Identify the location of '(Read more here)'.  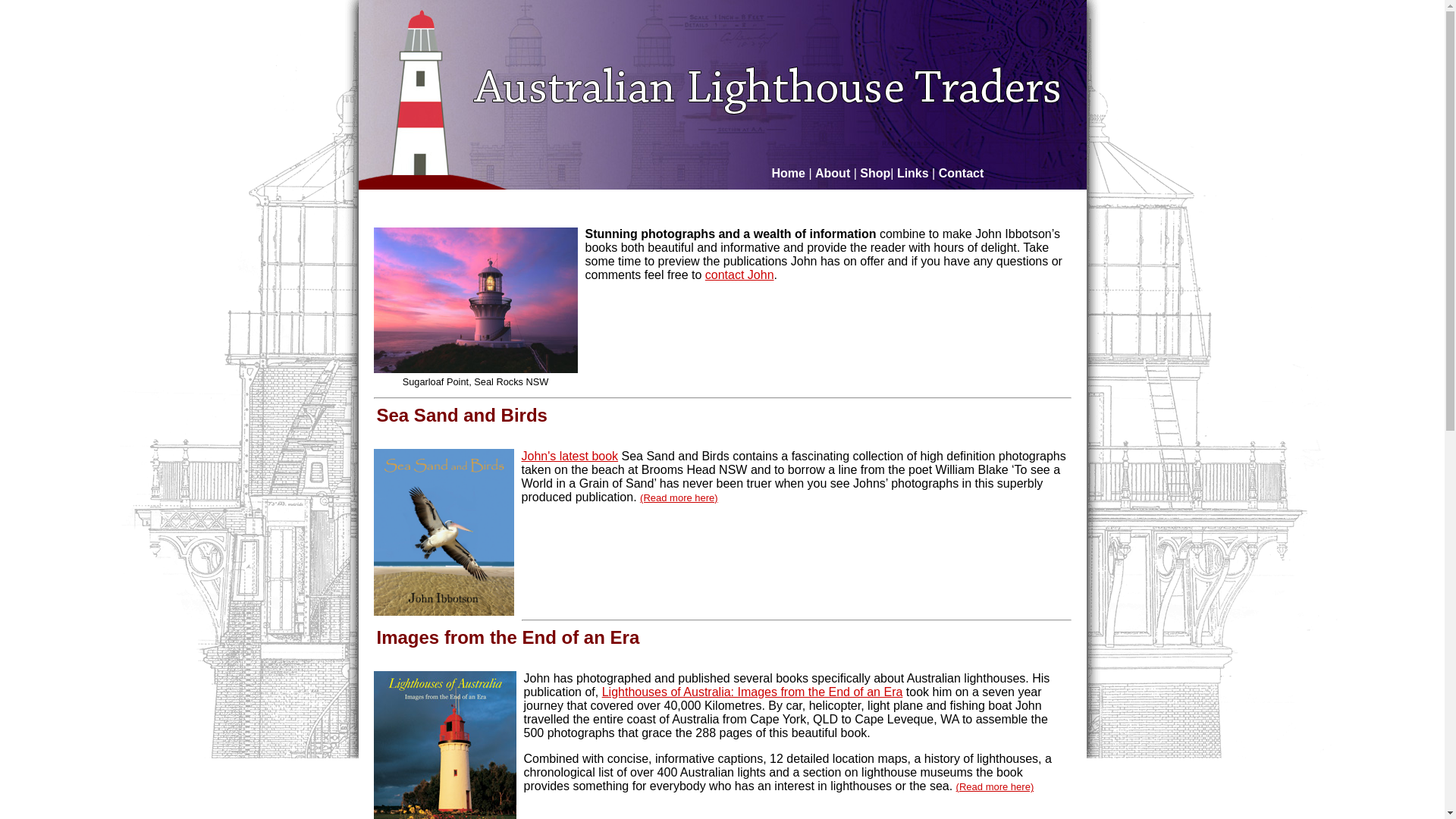
(995, 786).